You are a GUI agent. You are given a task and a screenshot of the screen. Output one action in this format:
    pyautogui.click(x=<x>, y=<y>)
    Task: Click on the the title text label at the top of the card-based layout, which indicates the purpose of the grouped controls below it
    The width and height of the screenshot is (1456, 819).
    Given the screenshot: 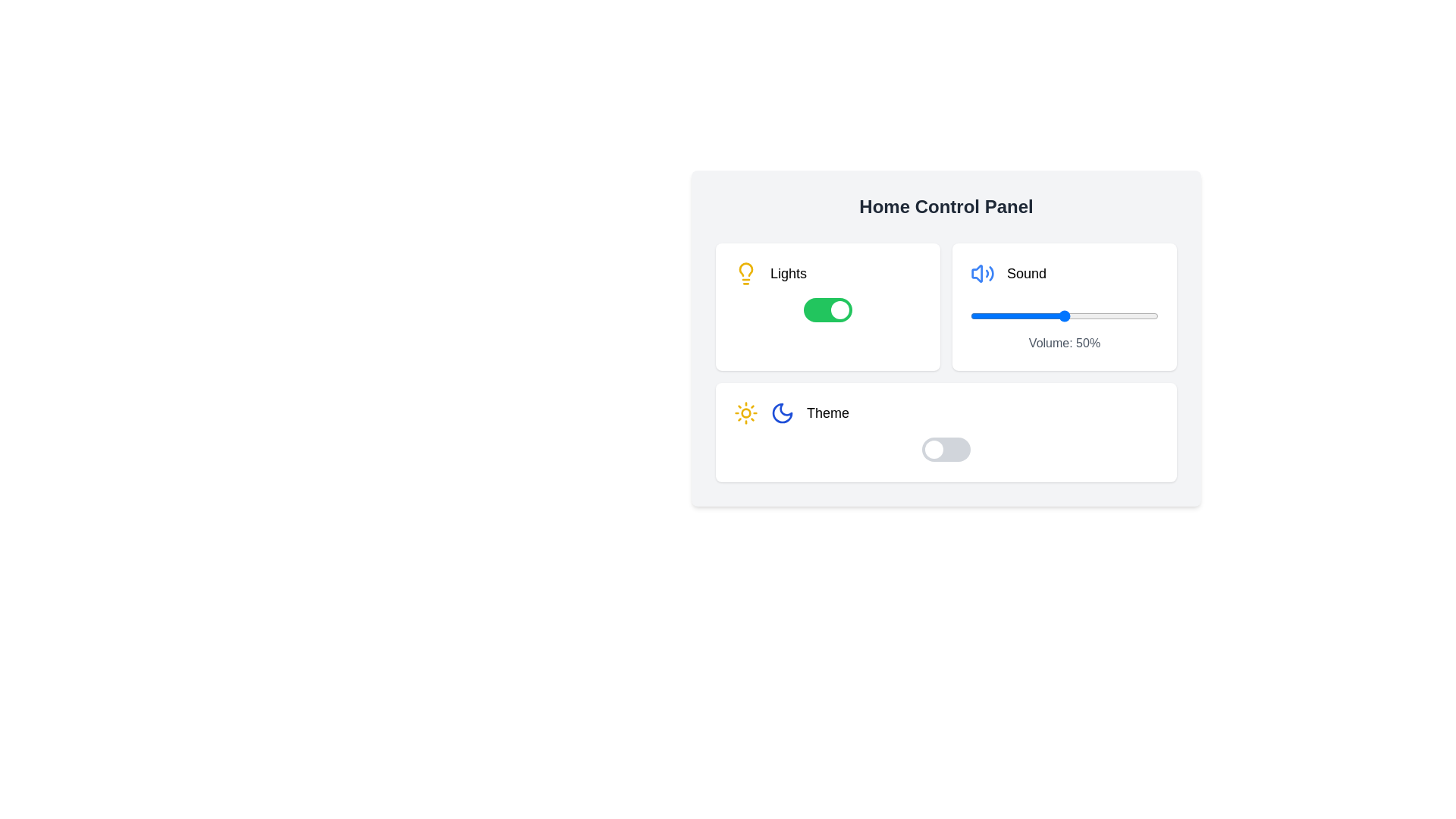 What is the action you would take?
    pyautogui.click(x=946, y=207)
    